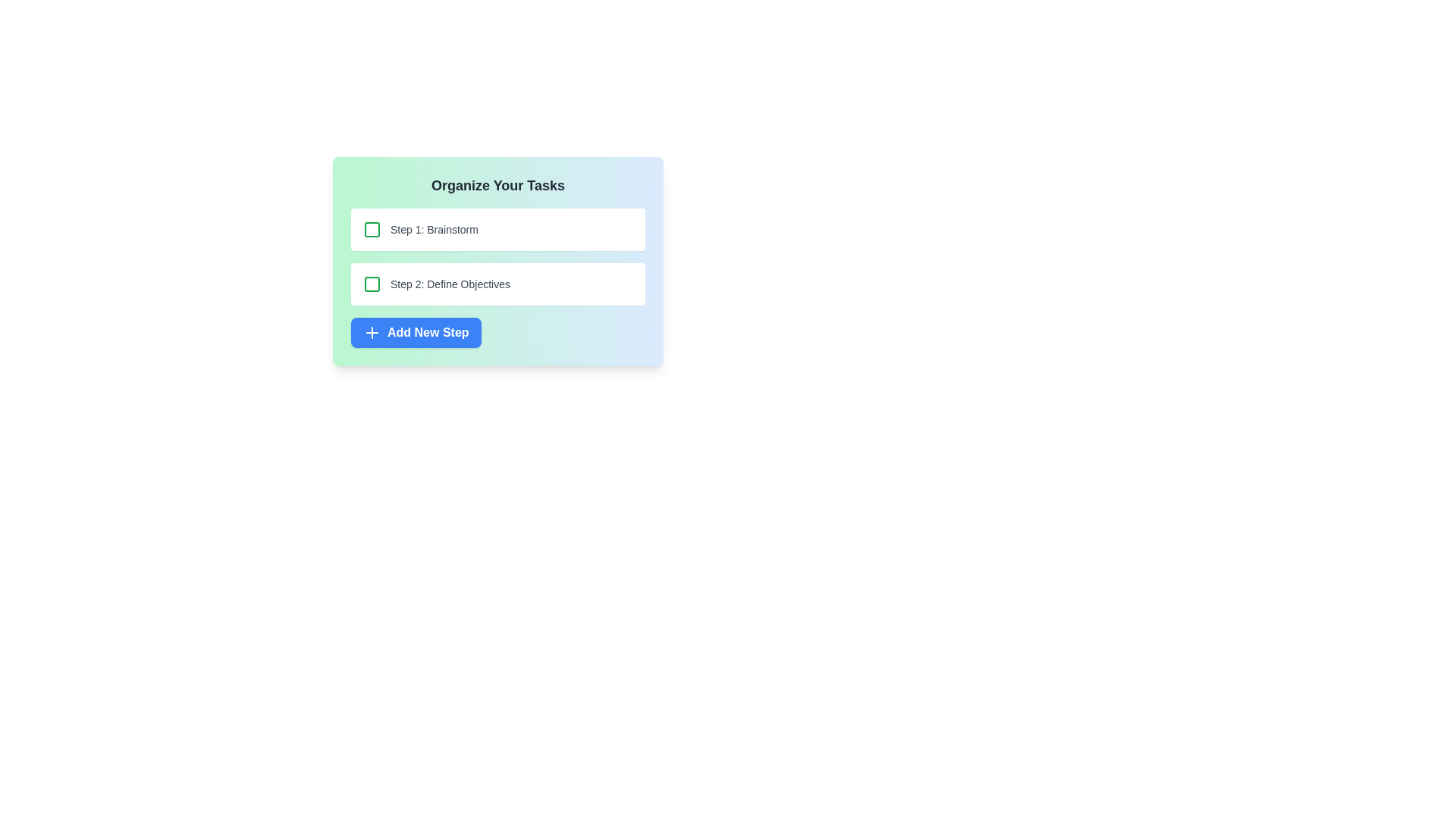  Describe the element at coordinates (372, 332) in the screenshot. I see `the icon within the 'Add New Step' button located at the bottom of the 'Organize Your Tasks' panel to trigger a tooltip or other UI response` at that location.